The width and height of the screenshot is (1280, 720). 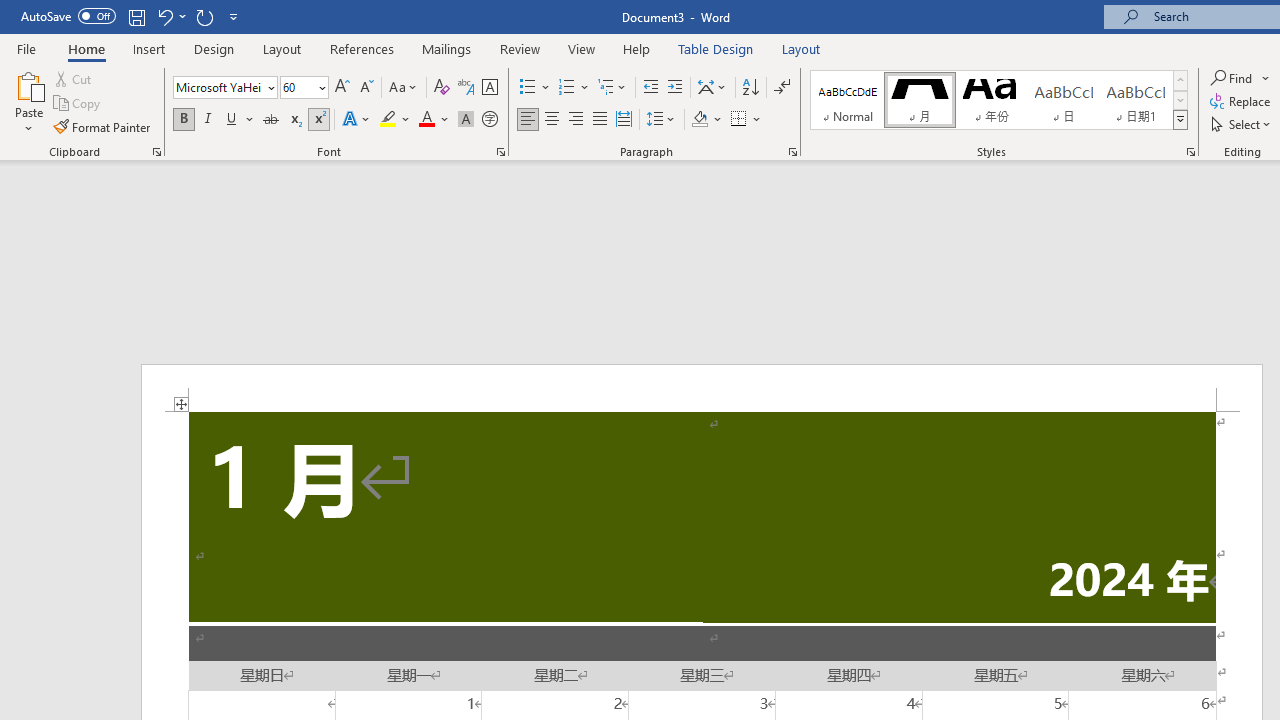 What do you see at coordinates (441, 86) in the screenshot?
I see `'Clear Formatting'` at bounding box center [441, 86].